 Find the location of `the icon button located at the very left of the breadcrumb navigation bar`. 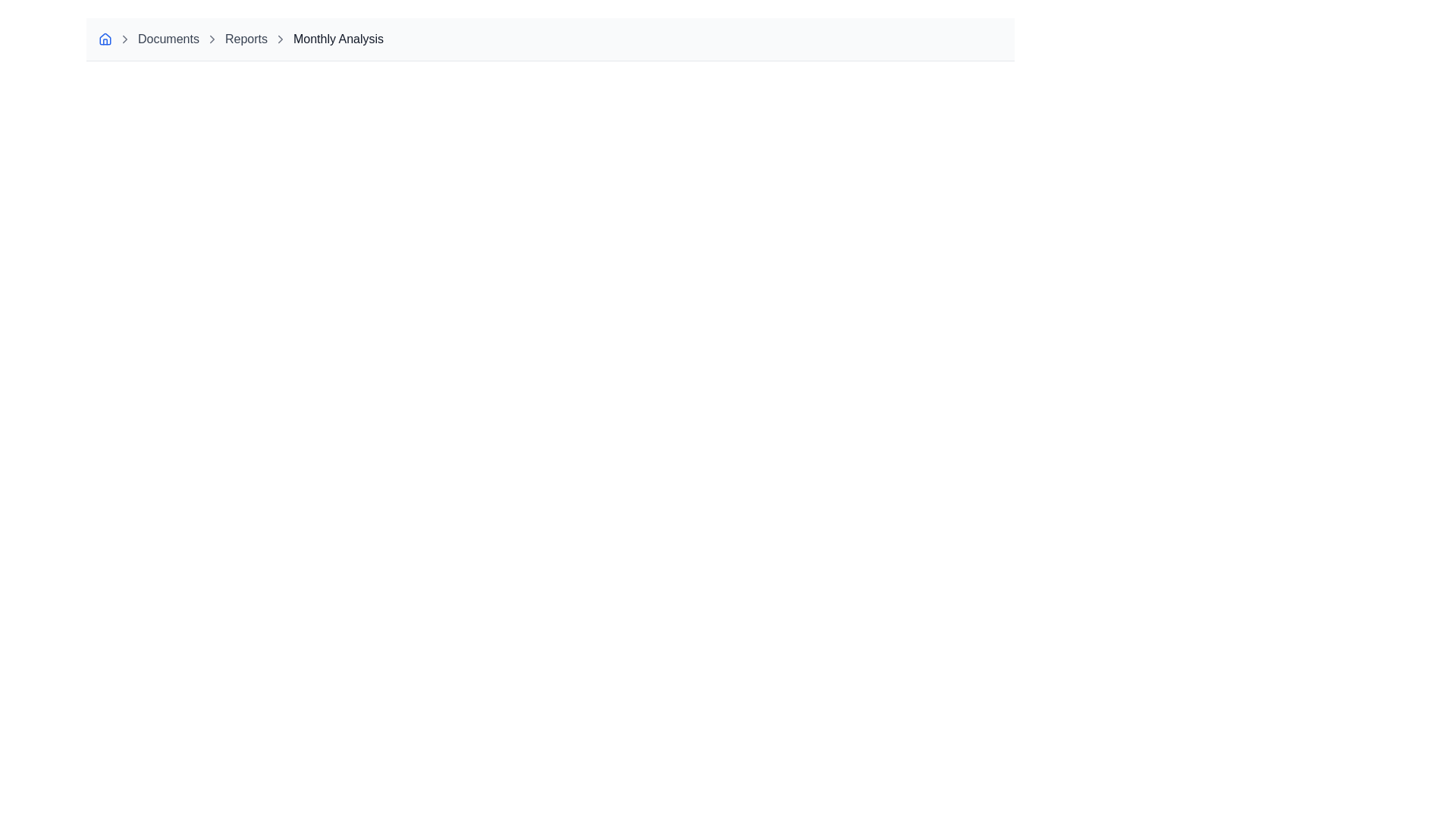

the icon button located at the very left of the breadcrumb navigation bar is located at coordinates (105, 38).